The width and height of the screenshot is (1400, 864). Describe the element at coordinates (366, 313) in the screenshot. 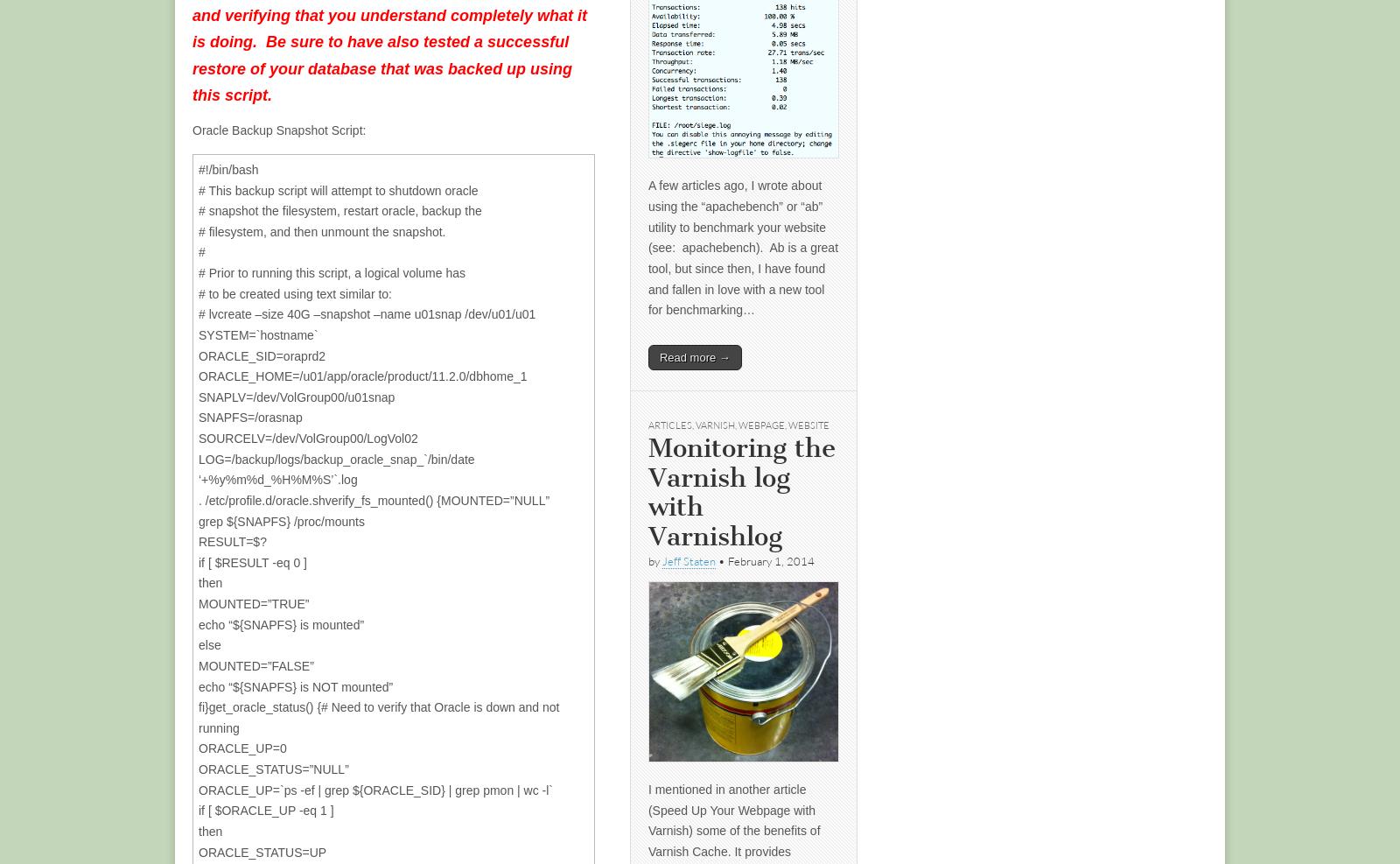

I see `'# lvcreate –size 40G –snapshot –name u01snap /dev/u01/u01'` at that location.